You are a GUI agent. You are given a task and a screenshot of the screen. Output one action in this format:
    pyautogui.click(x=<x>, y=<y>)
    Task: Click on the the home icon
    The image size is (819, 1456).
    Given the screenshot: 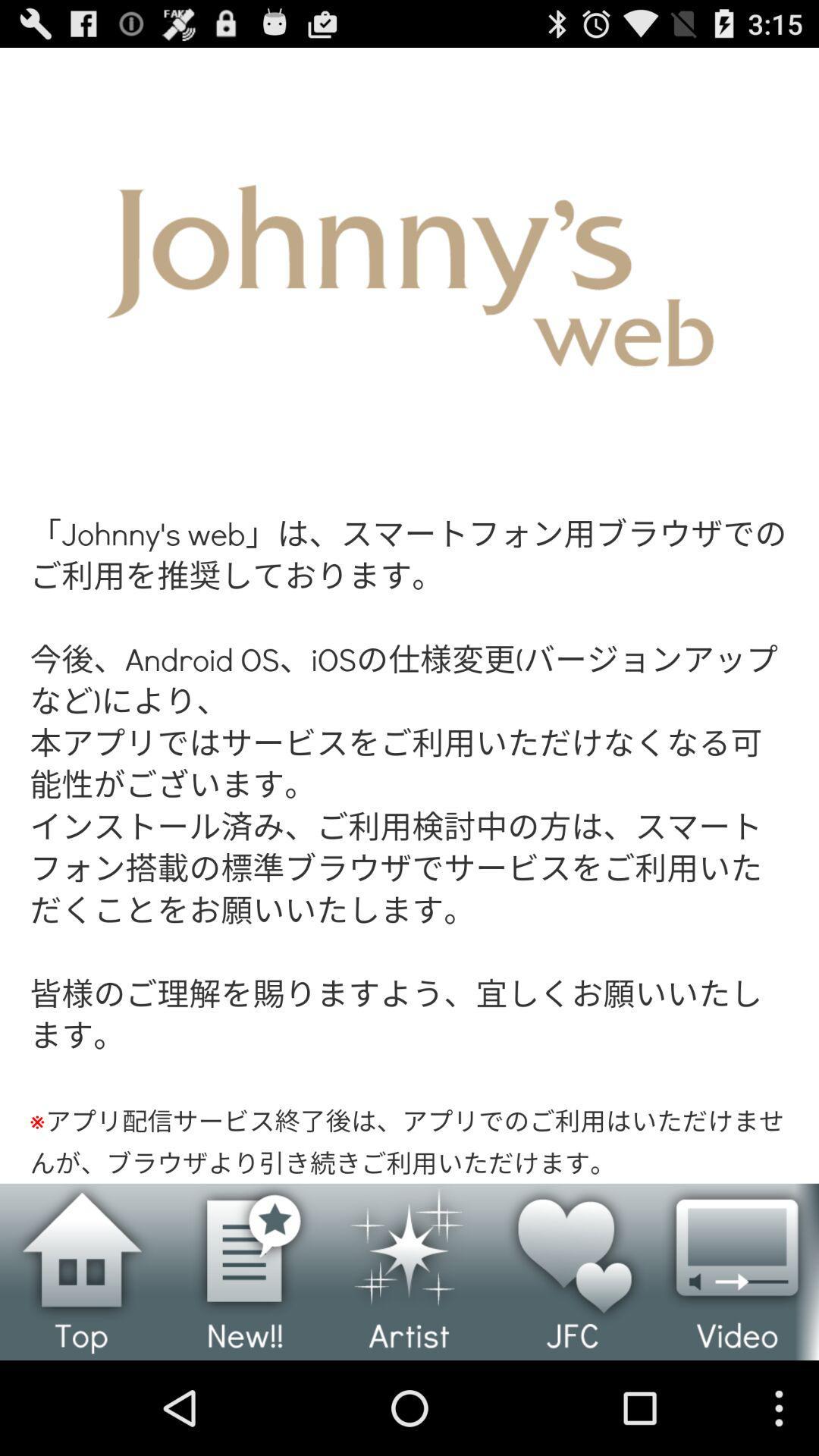 What is the action you would take?
    pyautogui.click(x=82, y=1361)
    